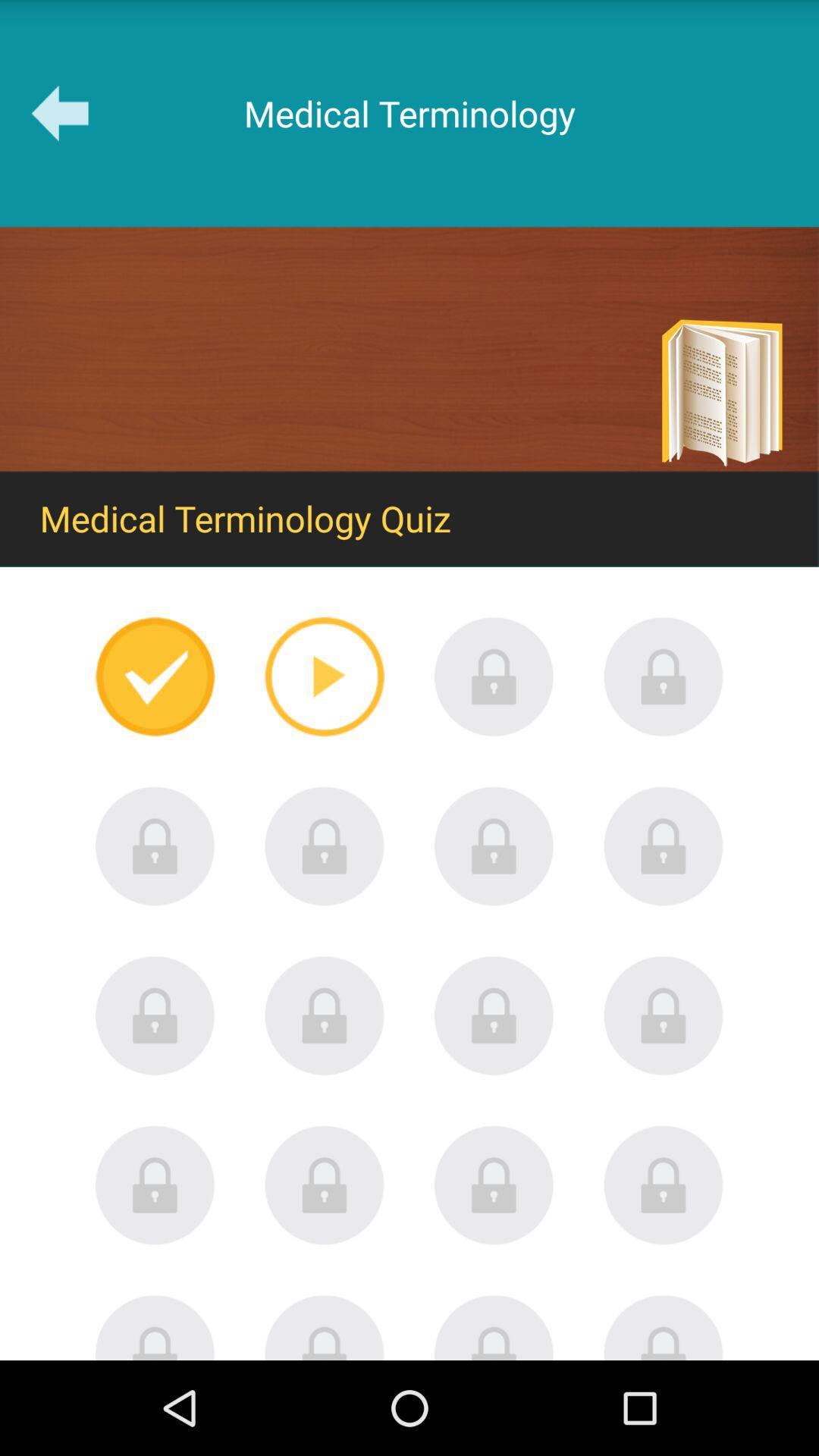 This screenshot has width=819, height=1456. Describe the element at coordinates (155, 1086) in the screenshot. I see `the lock icon` at that location.